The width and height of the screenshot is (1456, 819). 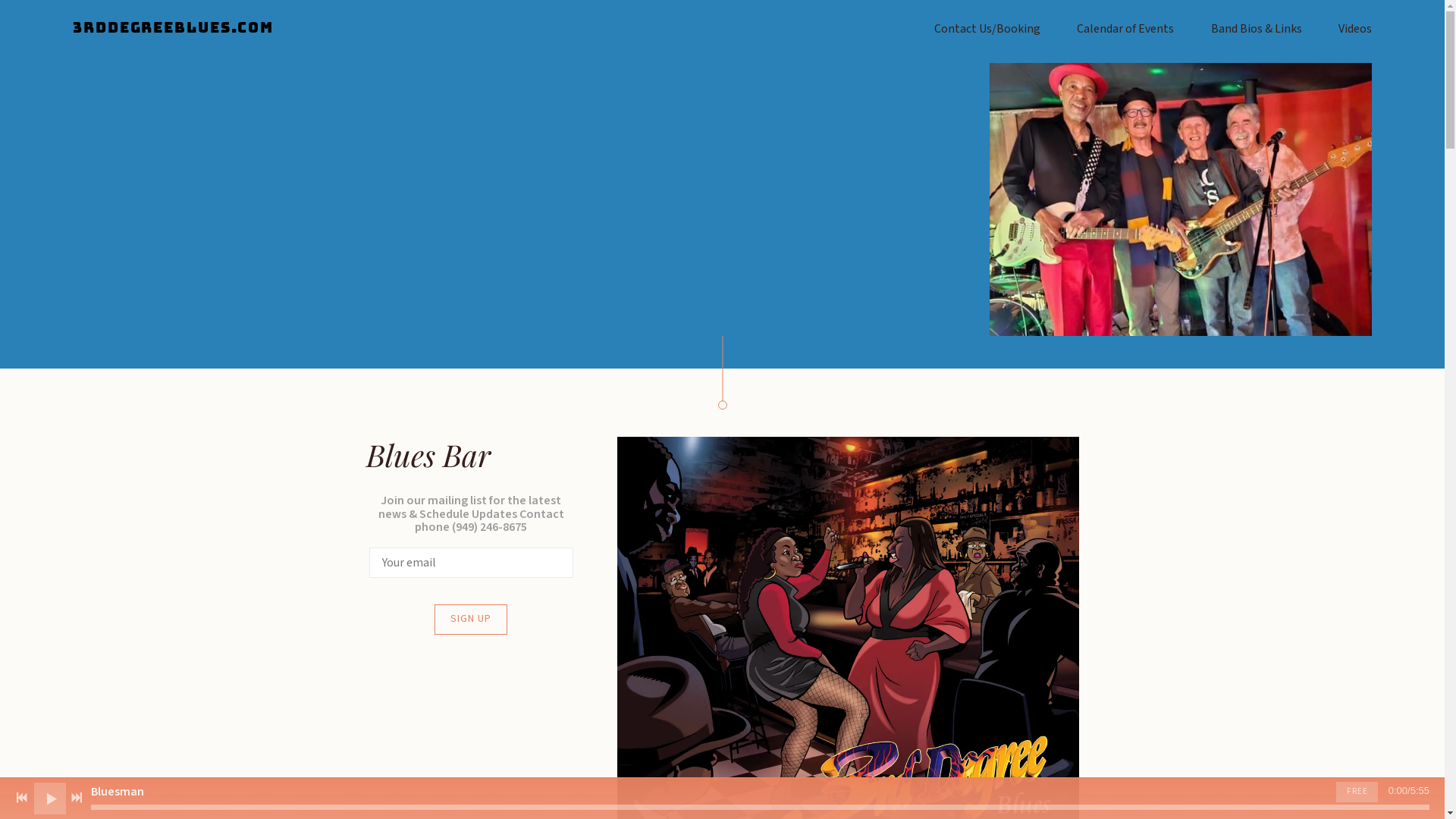 I want to click on 'Calendar of Events', so click(x=1125, y=29).